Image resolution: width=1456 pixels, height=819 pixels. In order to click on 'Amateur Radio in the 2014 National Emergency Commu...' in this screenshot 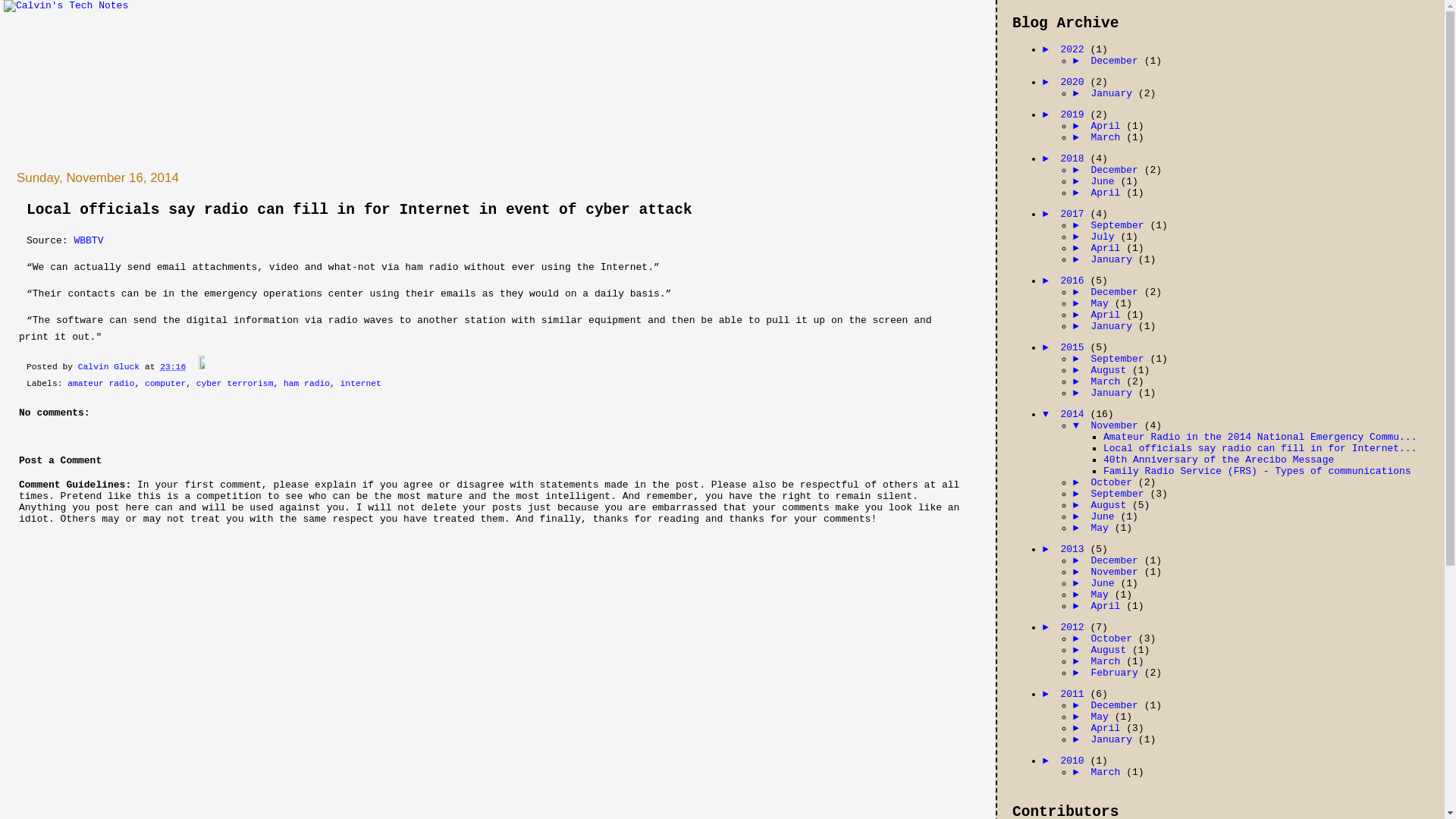, I will do `click(1260, 437)`.